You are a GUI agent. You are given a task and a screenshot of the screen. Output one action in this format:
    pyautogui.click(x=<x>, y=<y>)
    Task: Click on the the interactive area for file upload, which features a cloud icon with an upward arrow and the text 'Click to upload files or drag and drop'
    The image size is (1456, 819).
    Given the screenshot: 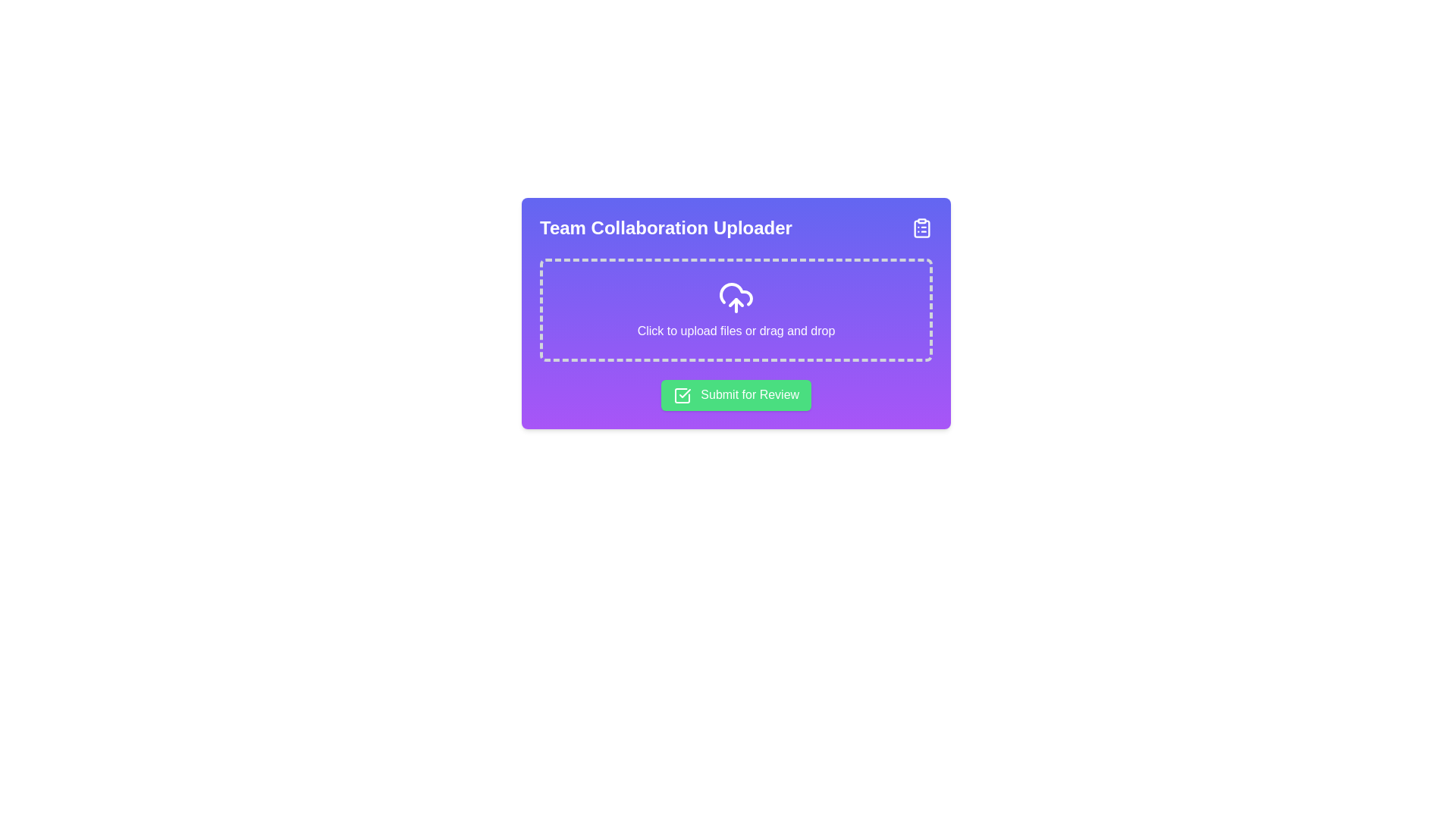 What is the action you would take?
    pyautogui.click(x=736, y=309)
    